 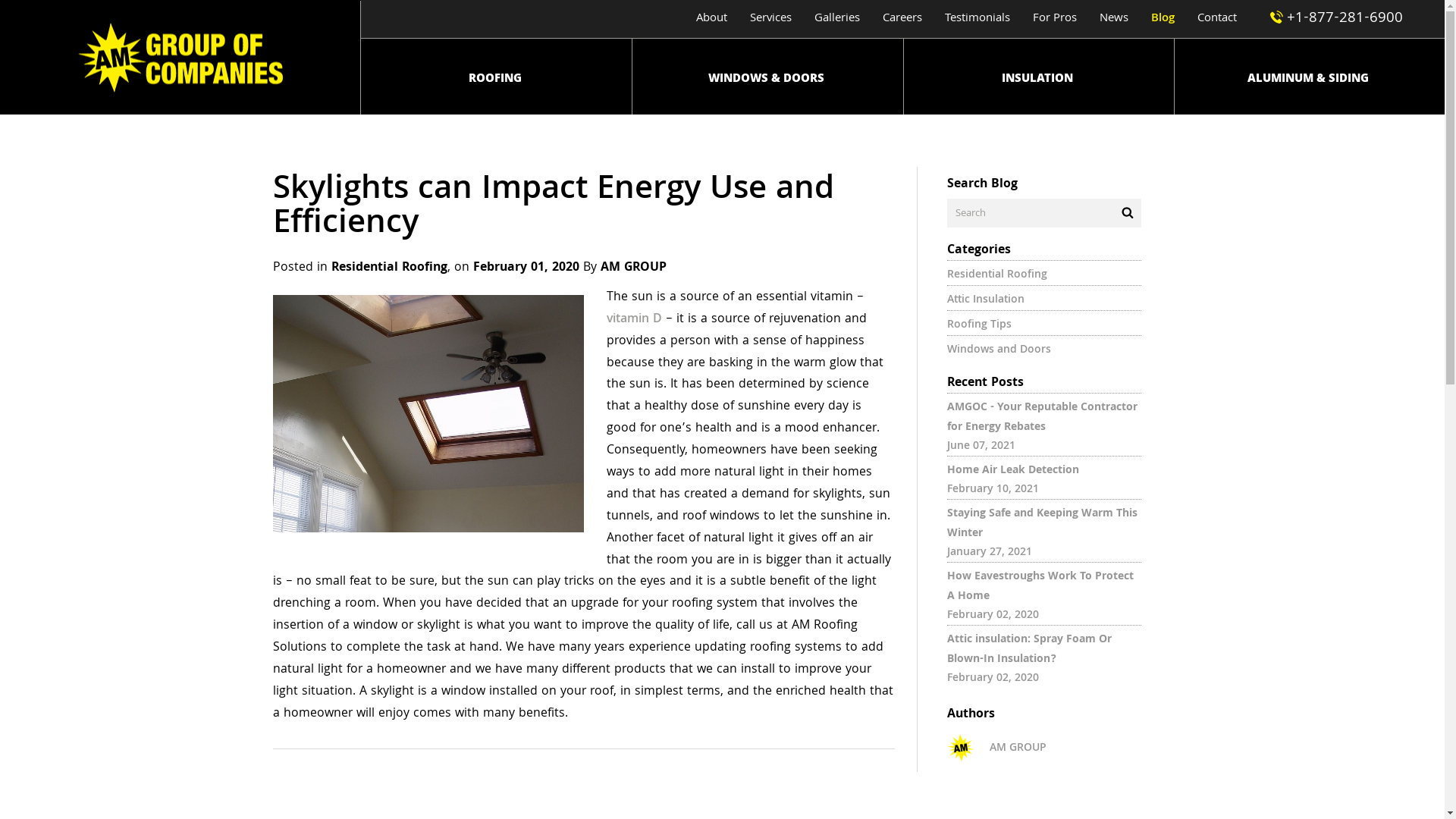 What do you see at coordinates (1043, 592) in the screenshot?
I see `'How Eavestroughs Work To Protect A Home` at bounding box center [1043, 592].